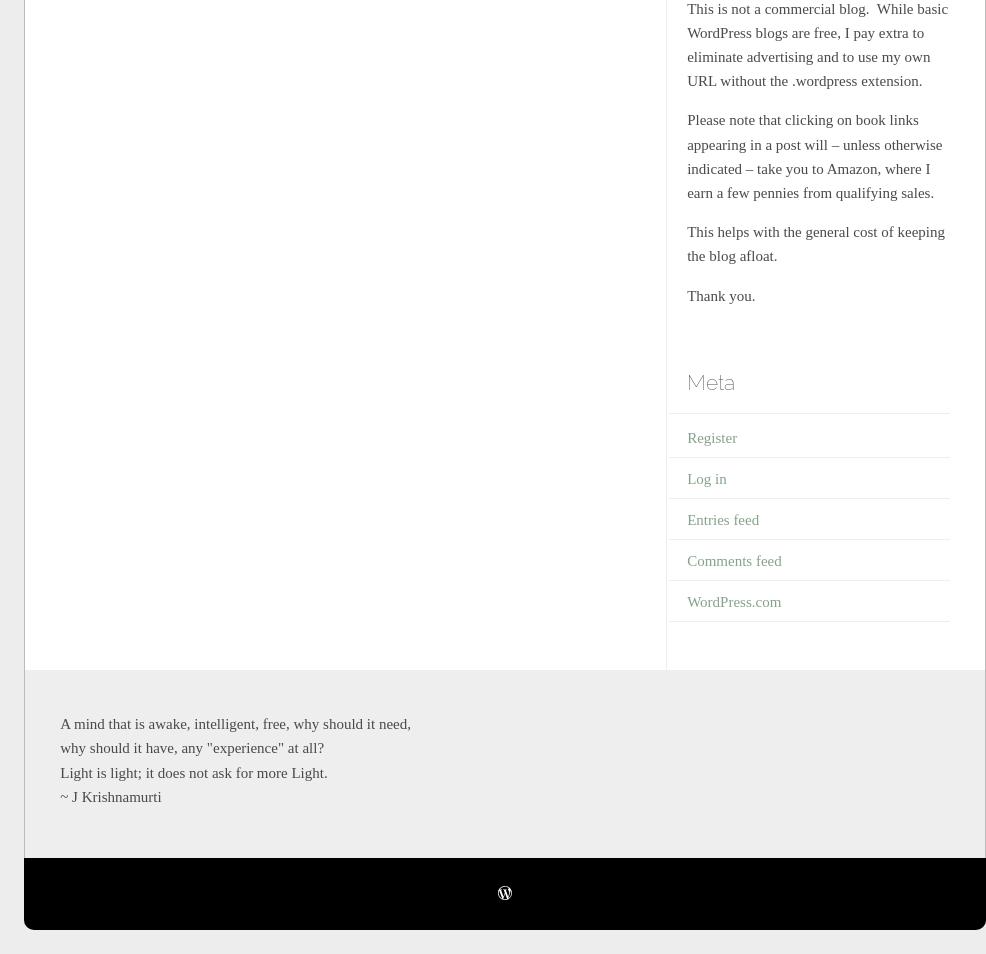 The width and height of the screenshot is (986, 954). I want to click on 'A mind that is awake, intelligent, free, why should it need,', so click(233, 723).